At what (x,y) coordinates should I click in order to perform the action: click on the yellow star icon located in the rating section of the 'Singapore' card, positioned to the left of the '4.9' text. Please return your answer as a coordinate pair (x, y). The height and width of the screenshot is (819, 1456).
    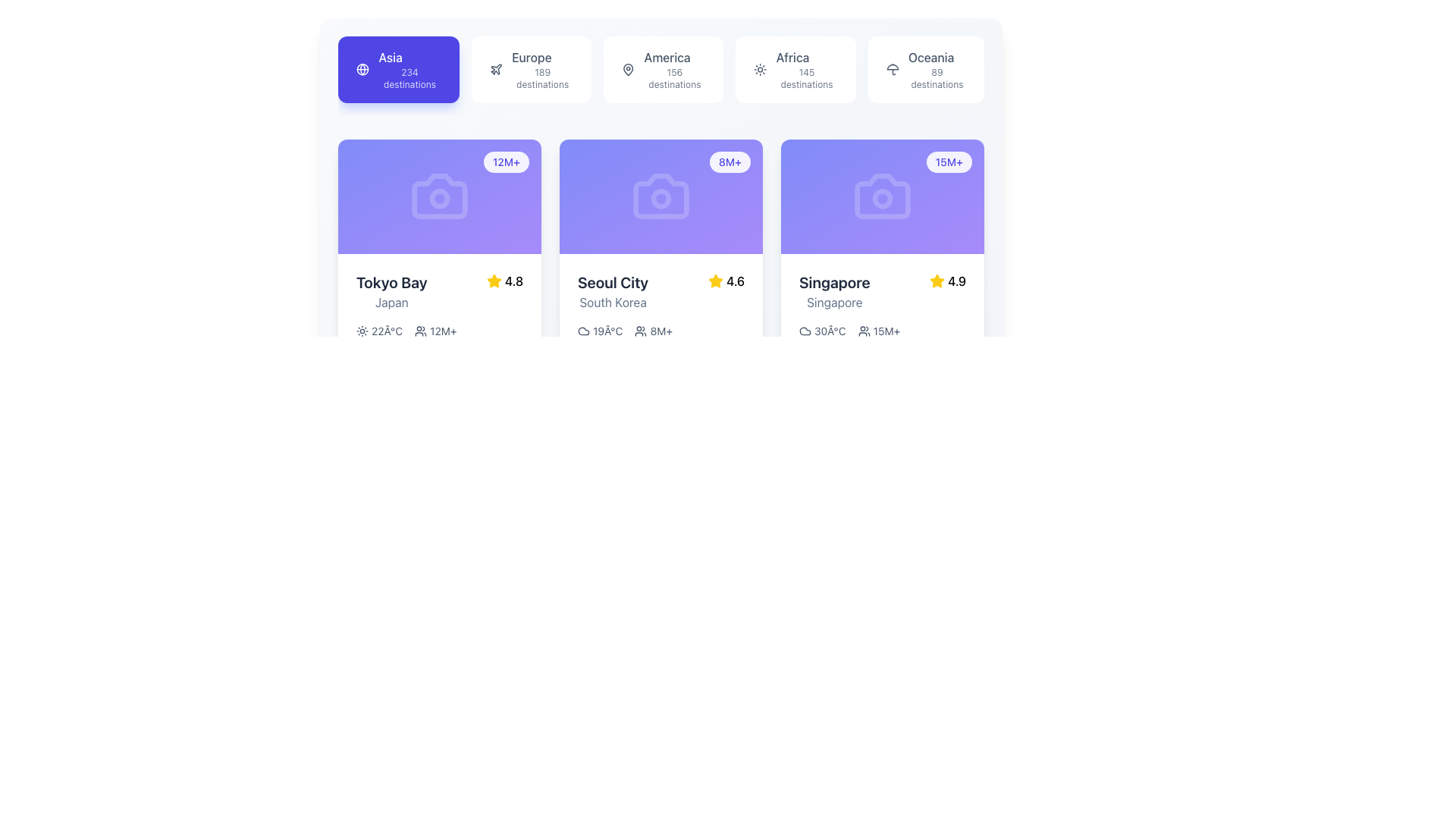
    Looking at the image, I should click on (937, 281).